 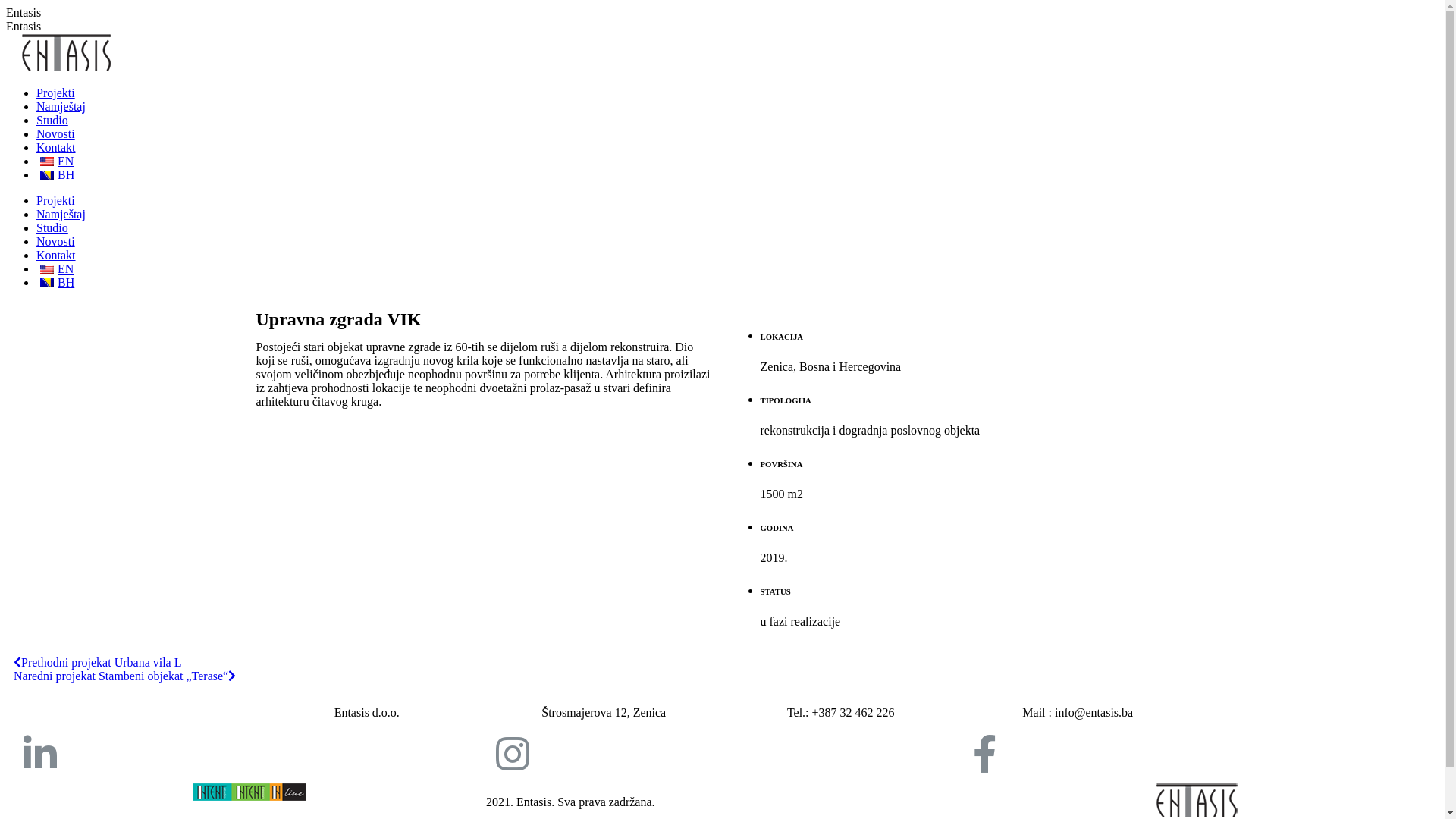 What do you see at coordinates (55, 174) in the screenshot?
I see `'BH'` at bounding box center [55, 174].